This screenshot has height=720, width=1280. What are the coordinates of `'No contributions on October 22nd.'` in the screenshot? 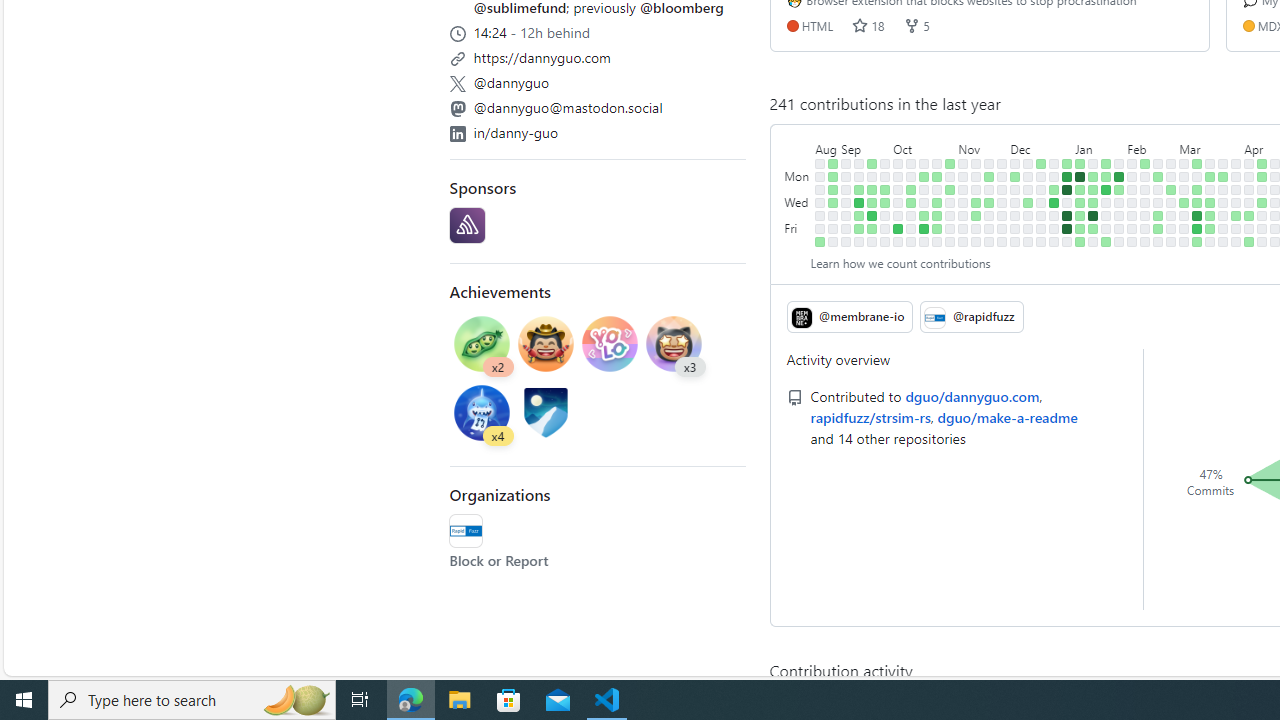 It's located at (936, 162).